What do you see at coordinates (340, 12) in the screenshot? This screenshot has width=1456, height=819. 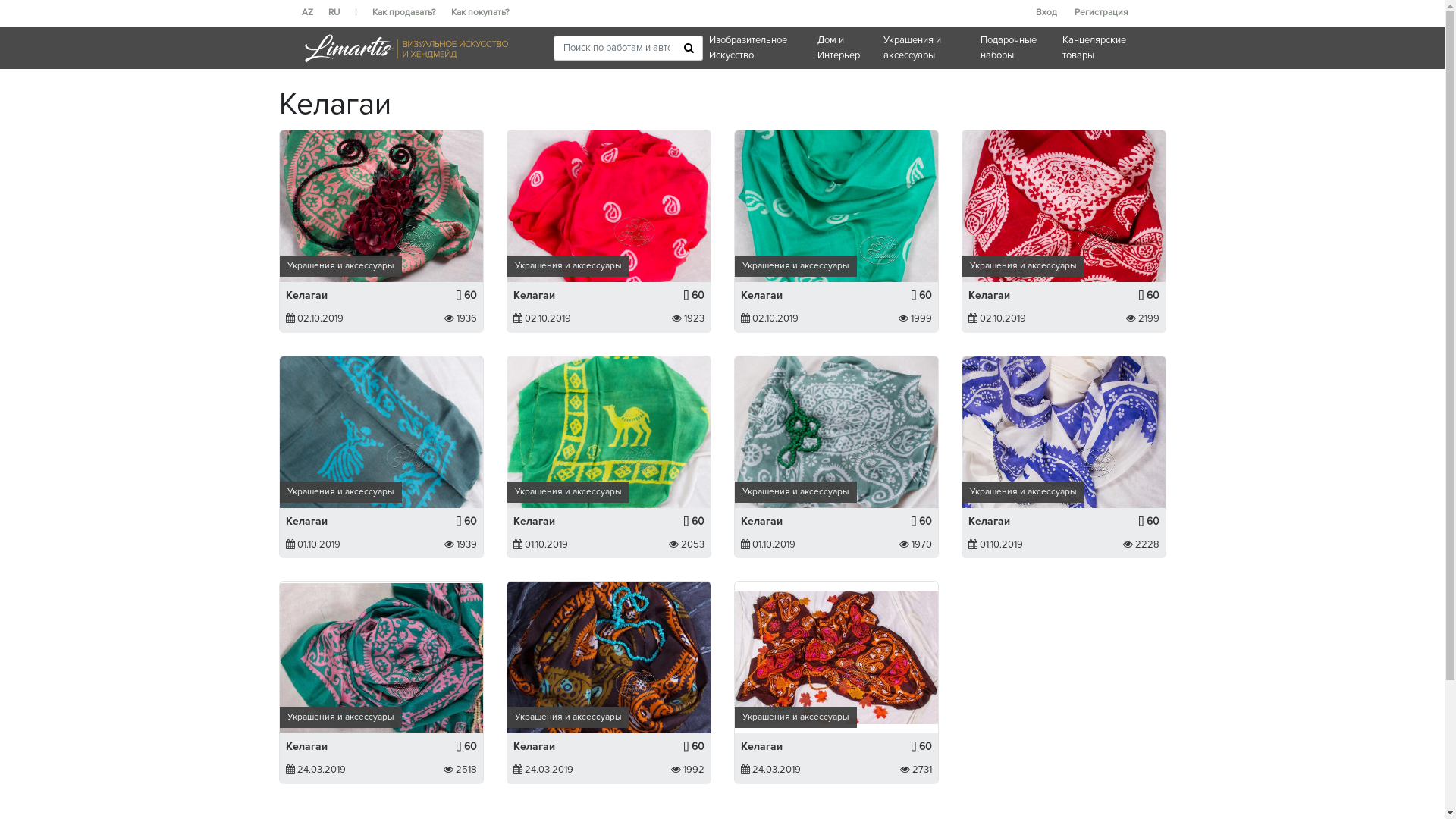 I see `'RU'` at bounding box center [340, 12].